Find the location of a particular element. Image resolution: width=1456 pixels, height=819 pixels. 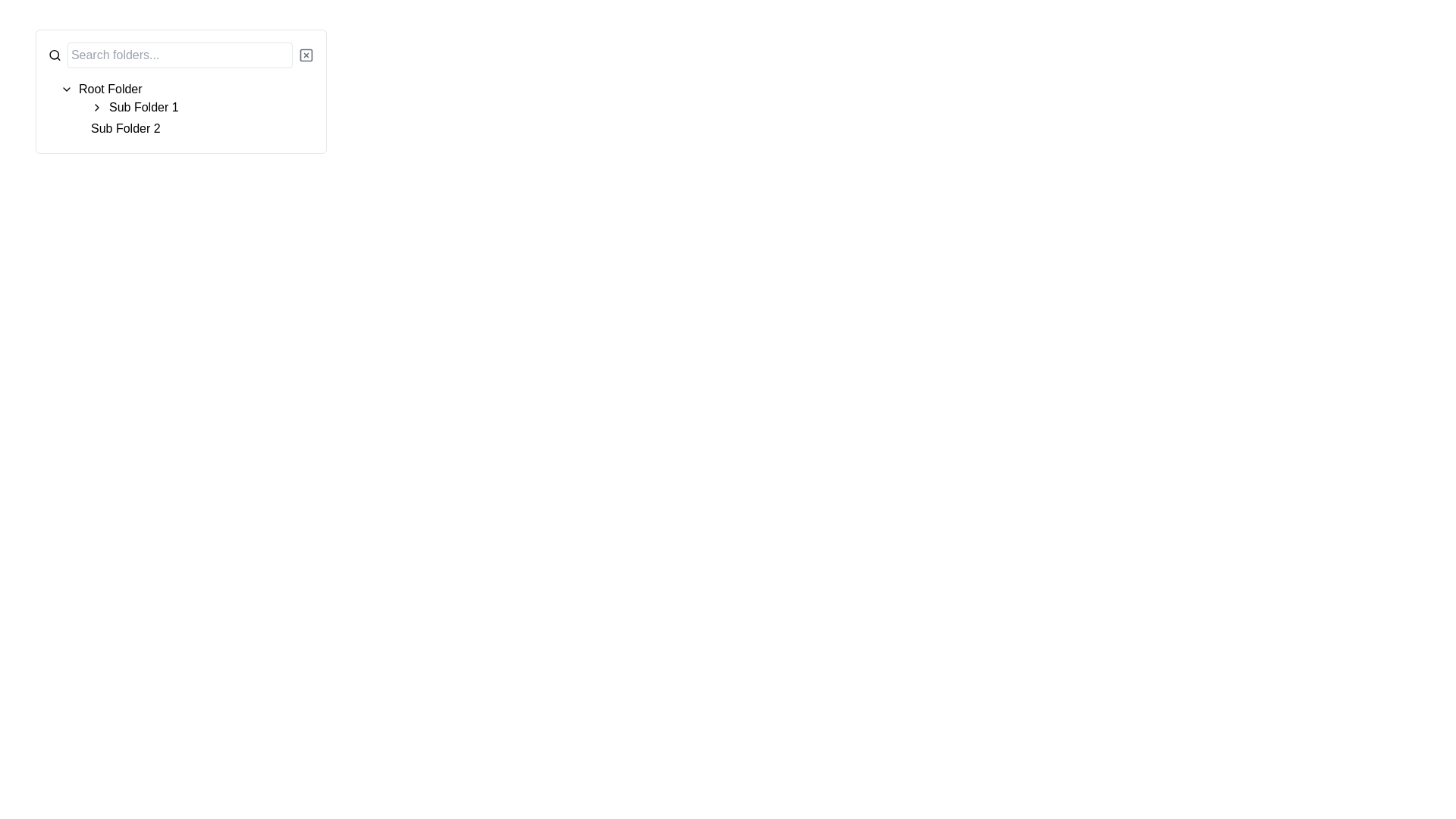

the circular lens segment of the search icon located at the upper-left of the search bar is located at coordinates (54, 54).